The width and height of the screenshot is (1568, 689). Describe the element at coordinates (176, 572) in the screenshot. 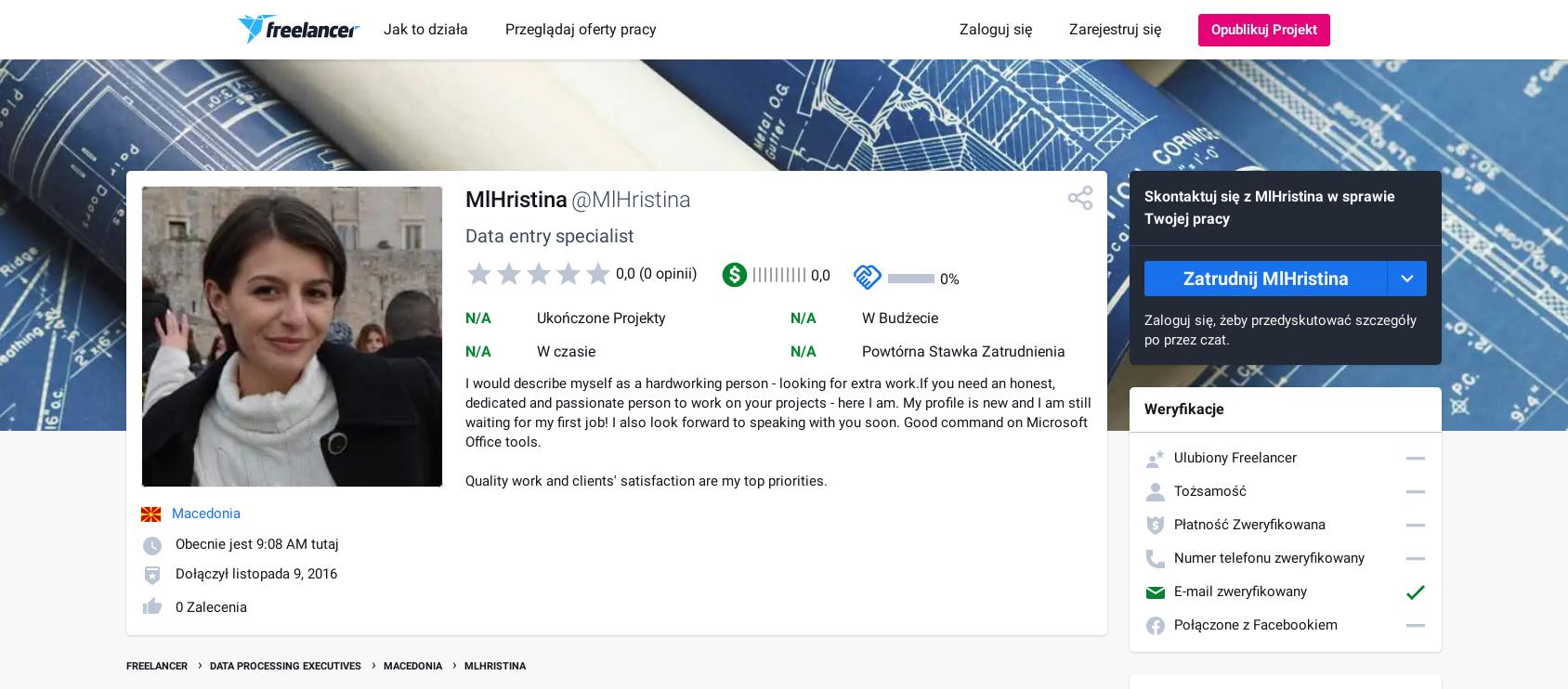

I see `'Dołączył listopada 9, 2016'` at that location.